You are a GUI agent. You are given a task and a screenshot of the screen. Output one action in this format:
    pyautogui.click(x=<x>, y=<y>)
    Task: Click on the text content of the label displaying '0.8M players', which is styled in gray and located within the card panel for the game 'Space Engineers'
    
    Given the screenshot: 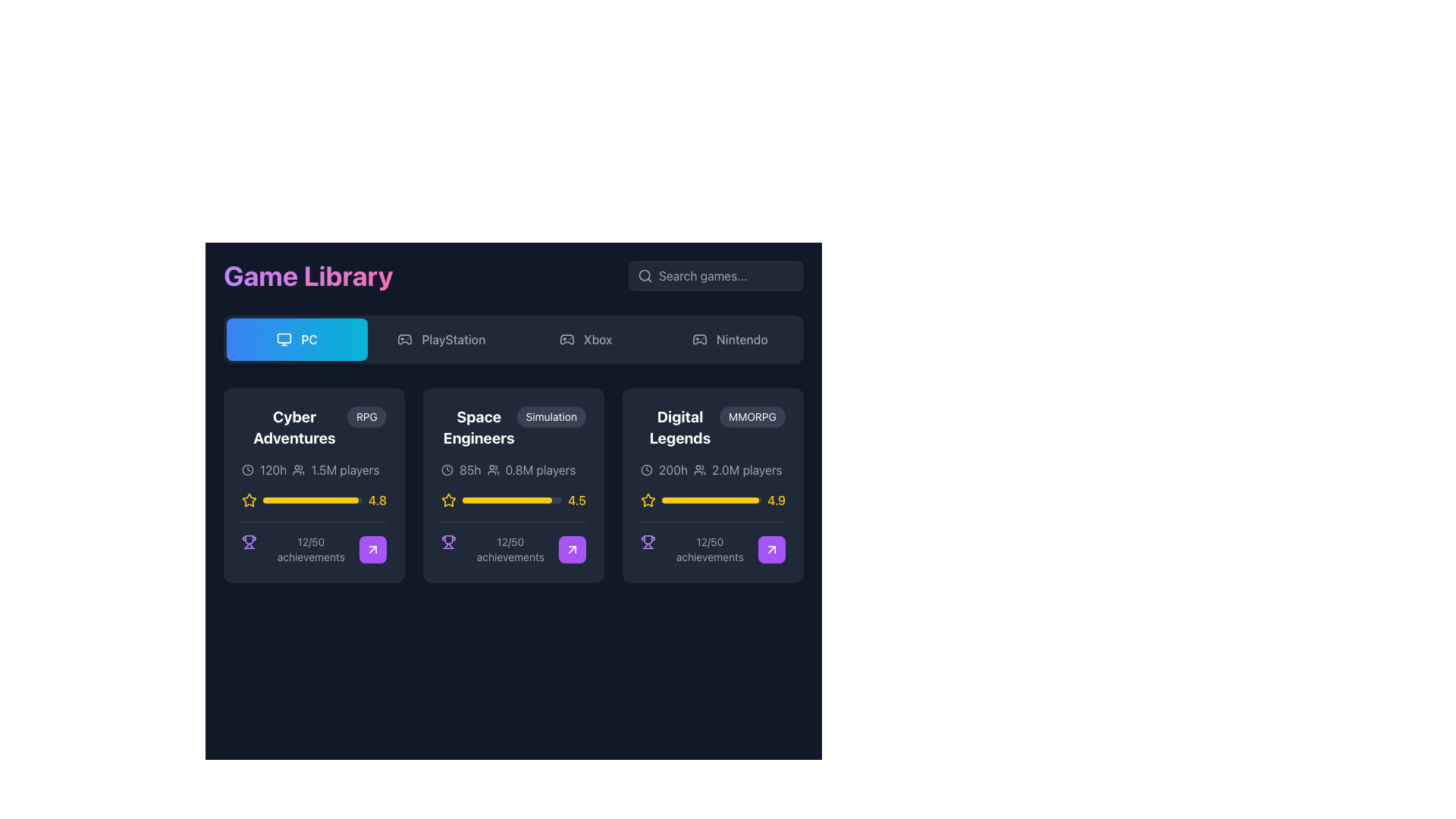 What is the action you would take?
    pyautogui.click(x=540, y=469)
    